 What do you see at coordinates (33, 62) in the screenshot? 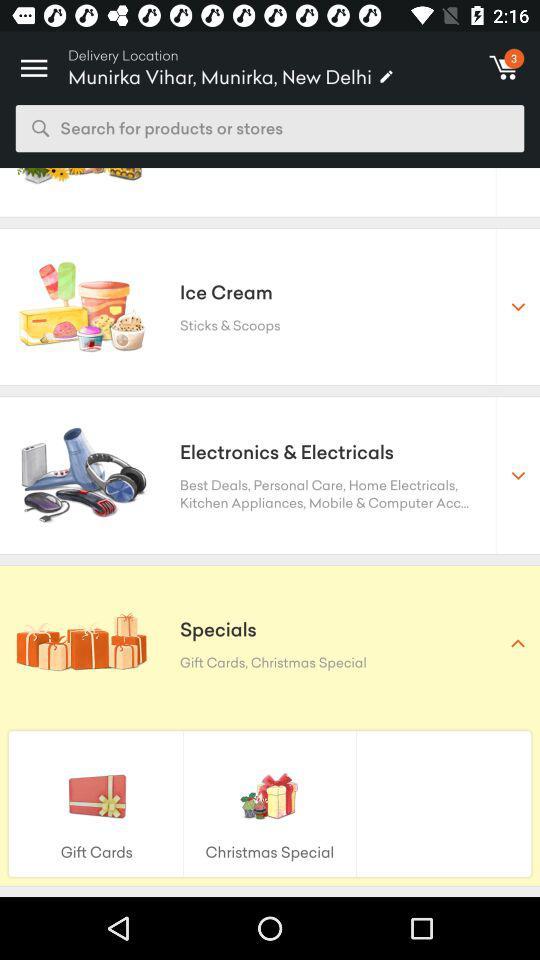
I see `icon next to the delivery location icon` at bounding box center [33, 62].